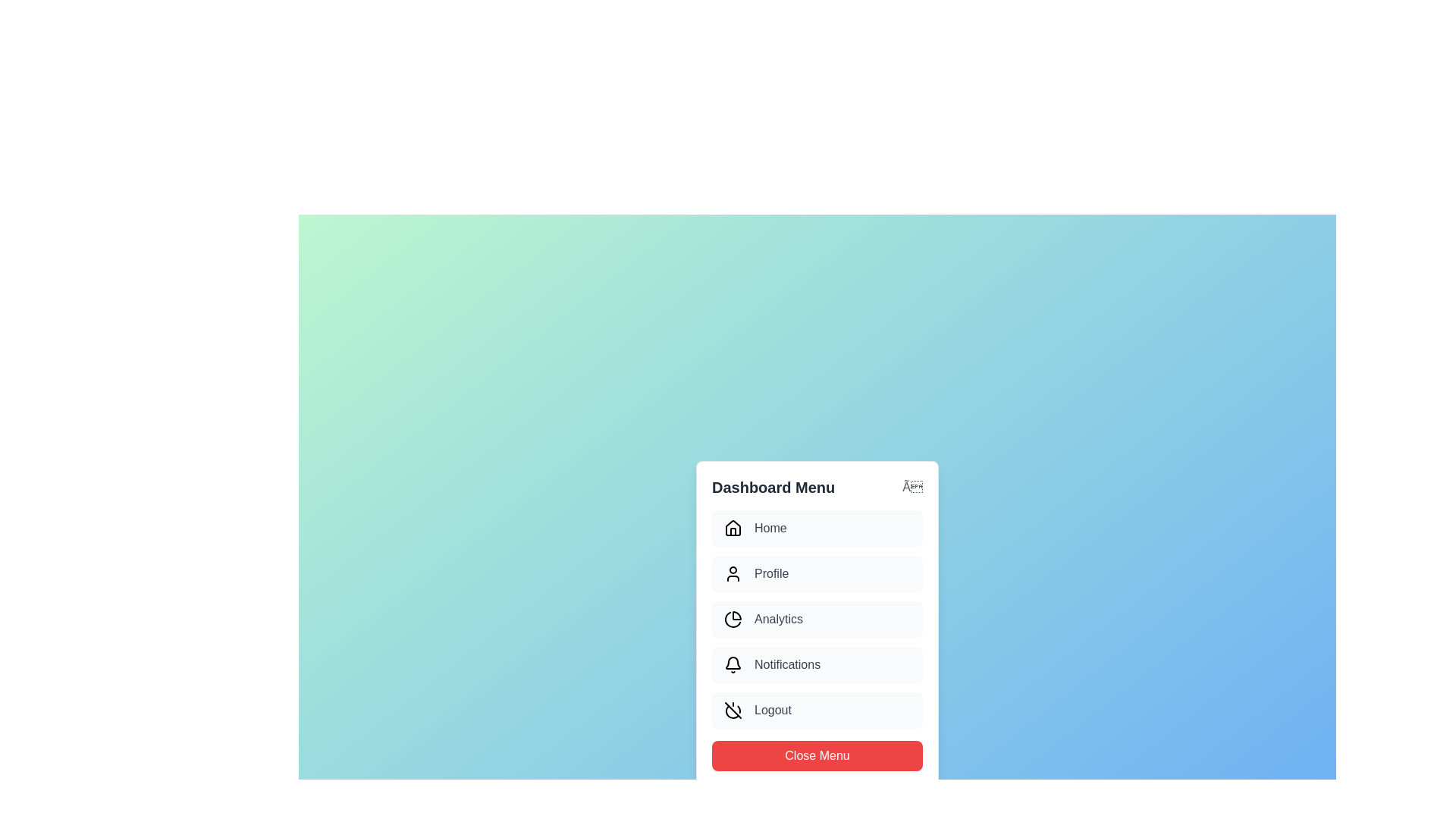 This screenshot has height=819, width=1456. I want to click on the menu item Analytics, so click(817, 620).